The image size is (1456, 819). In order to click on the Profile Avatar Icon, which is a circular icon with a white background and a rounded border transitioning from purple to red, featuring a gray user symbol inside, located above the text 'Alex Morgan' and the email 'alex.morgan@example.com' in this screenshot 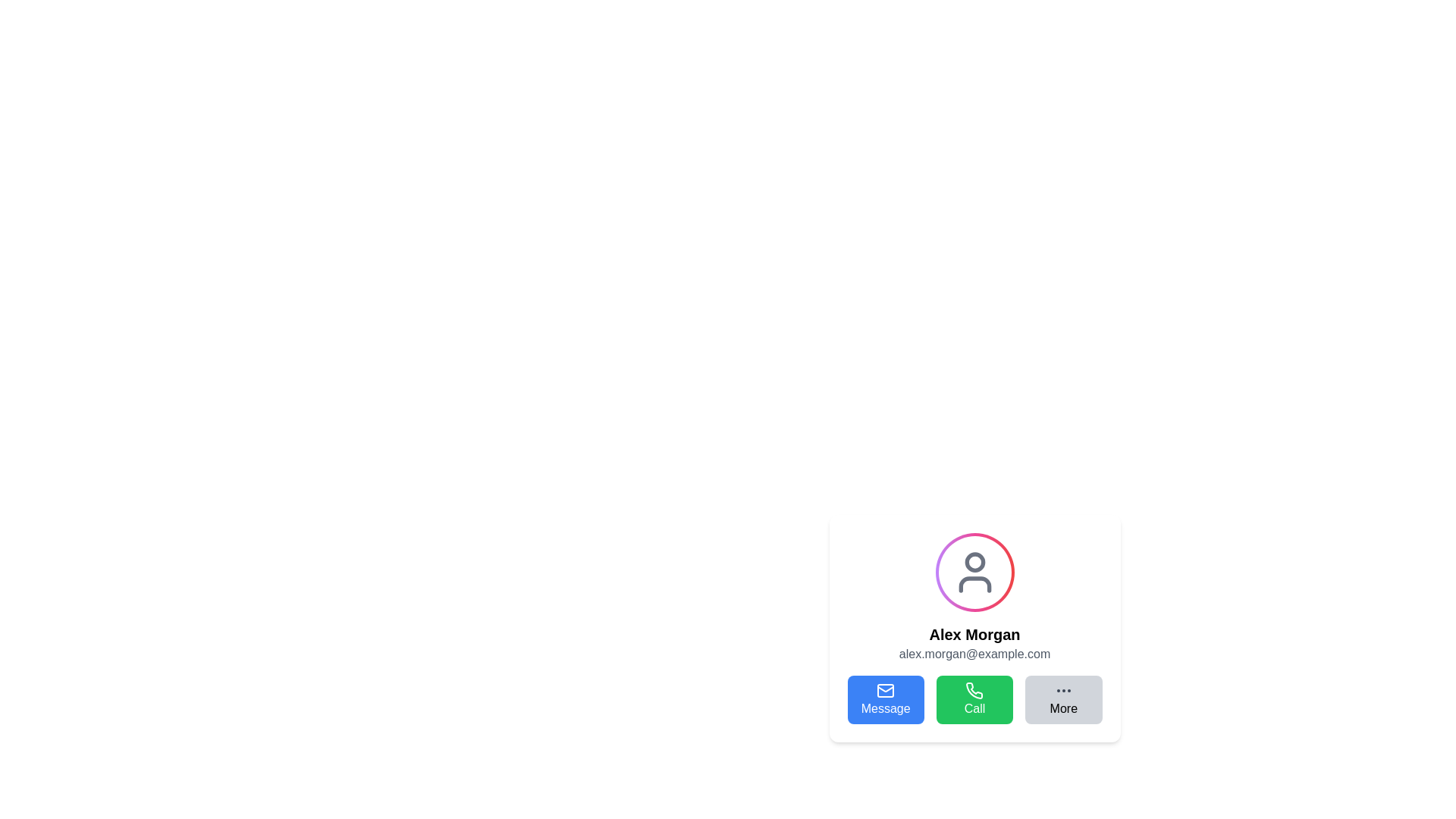, I will do `click(974, 573)`.